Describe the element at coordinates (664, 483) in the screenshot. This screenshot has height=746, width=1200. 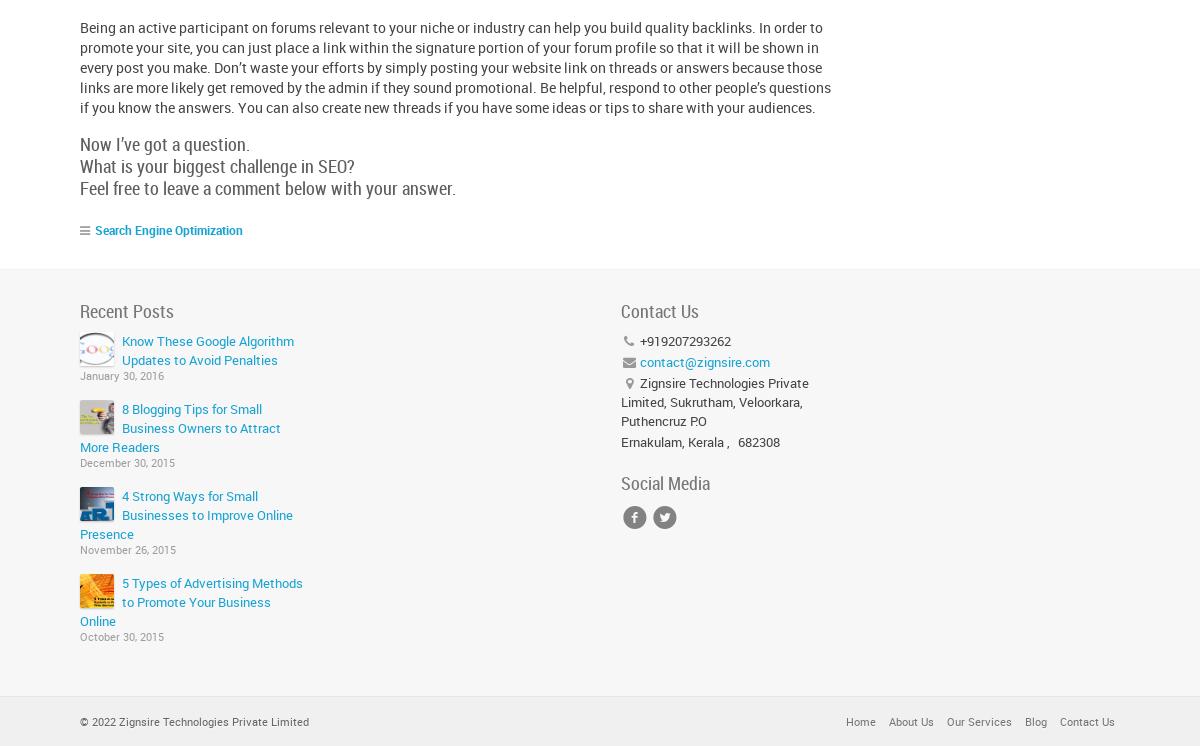
I see `'Social Media'` at that location.